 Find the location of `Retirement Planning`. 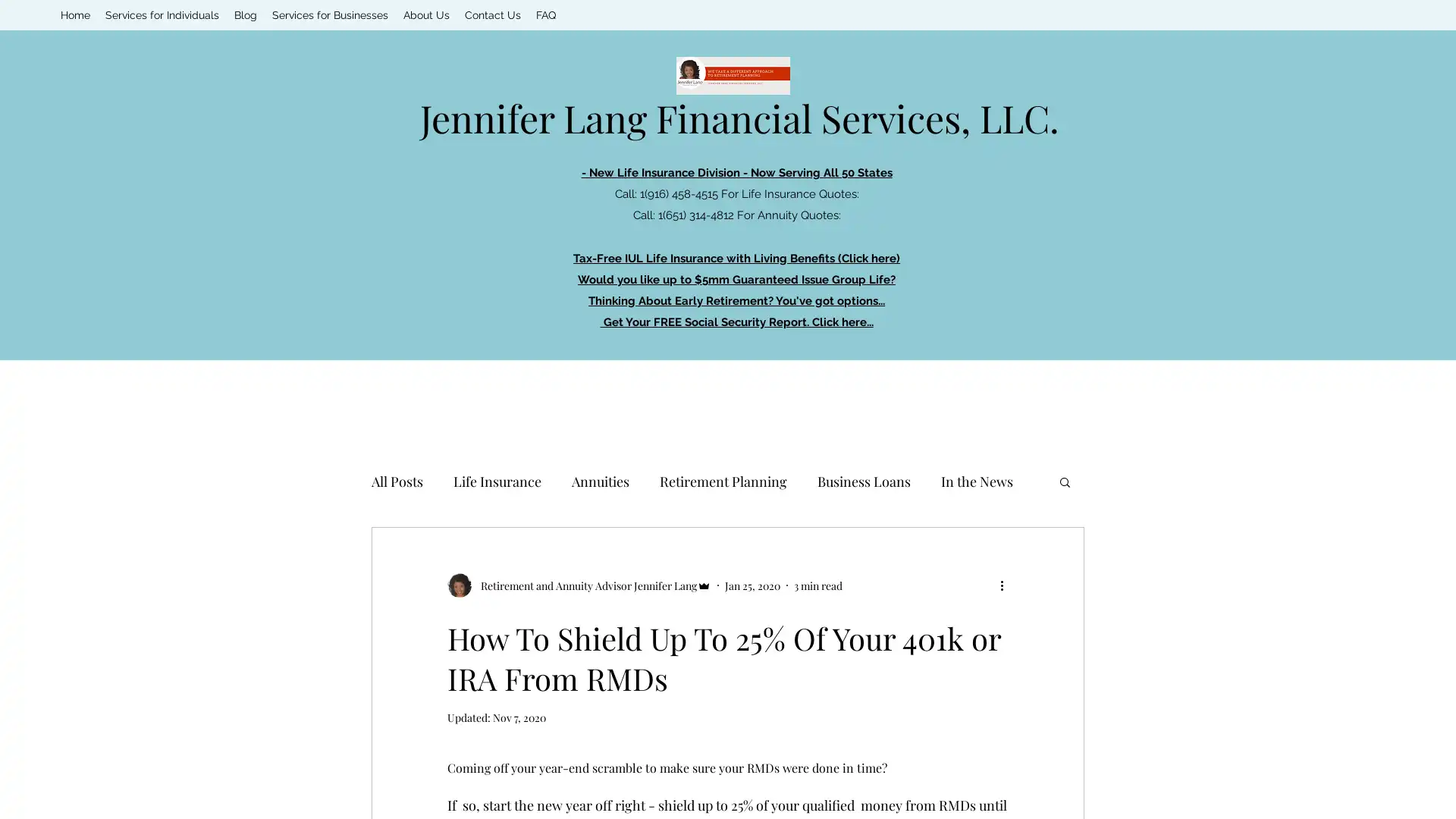

Retirement Planning is located at coordinates (723, 482).